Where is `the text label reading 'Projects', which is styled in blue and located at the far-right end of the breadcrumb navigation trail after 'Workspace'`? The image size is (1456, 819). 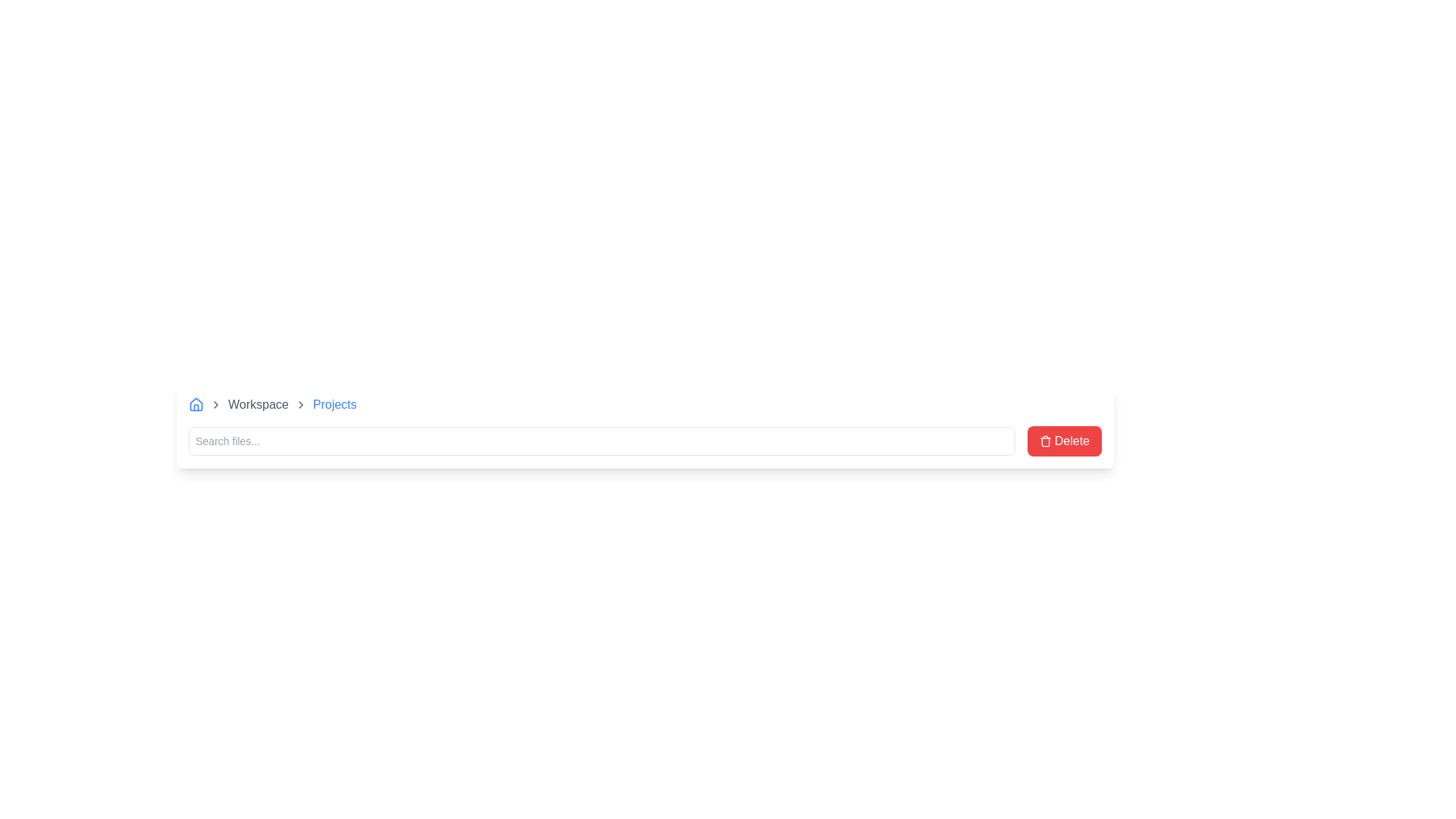
the text label reading 'Projects', which is styled in blue and located at the far-right end of the breadcrumb navigation trail after 'Workspace' is located at coordinates (334, 403).